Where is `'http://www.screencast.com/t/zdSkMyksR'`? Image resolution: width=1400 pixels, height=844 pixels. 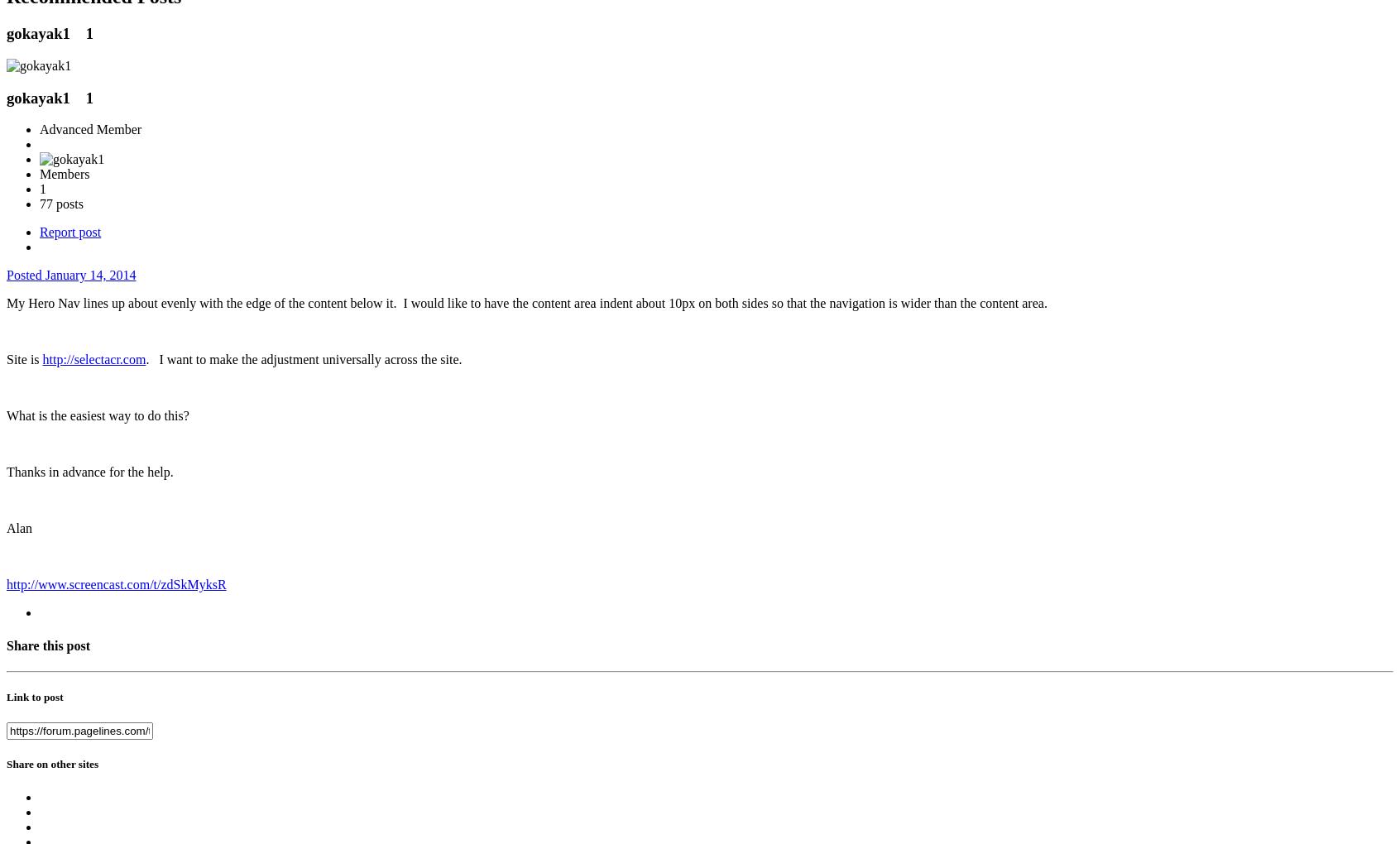
'http://www.screencast.com/t/zdSkMyksR' is located at coordinates (116, 583).